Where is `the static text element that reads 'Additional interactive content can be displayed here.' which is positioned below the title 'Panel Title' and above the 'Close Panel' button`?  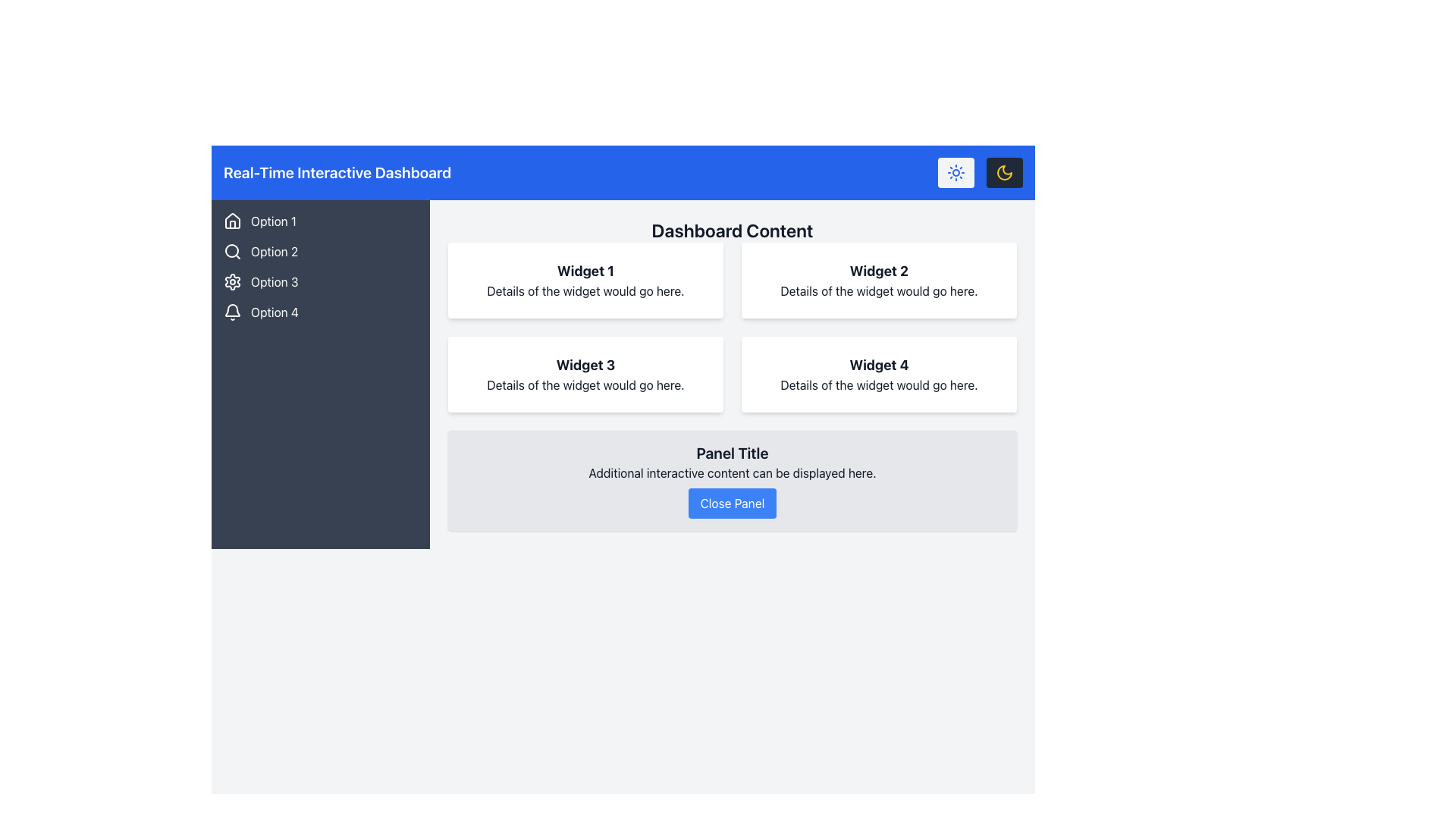 the static text element that reads 'Additional interactive content can be displayed here.' which is positioned below the title 'Panel Title' and above the 'Close Panel' button is located at coordinates (732, 472).